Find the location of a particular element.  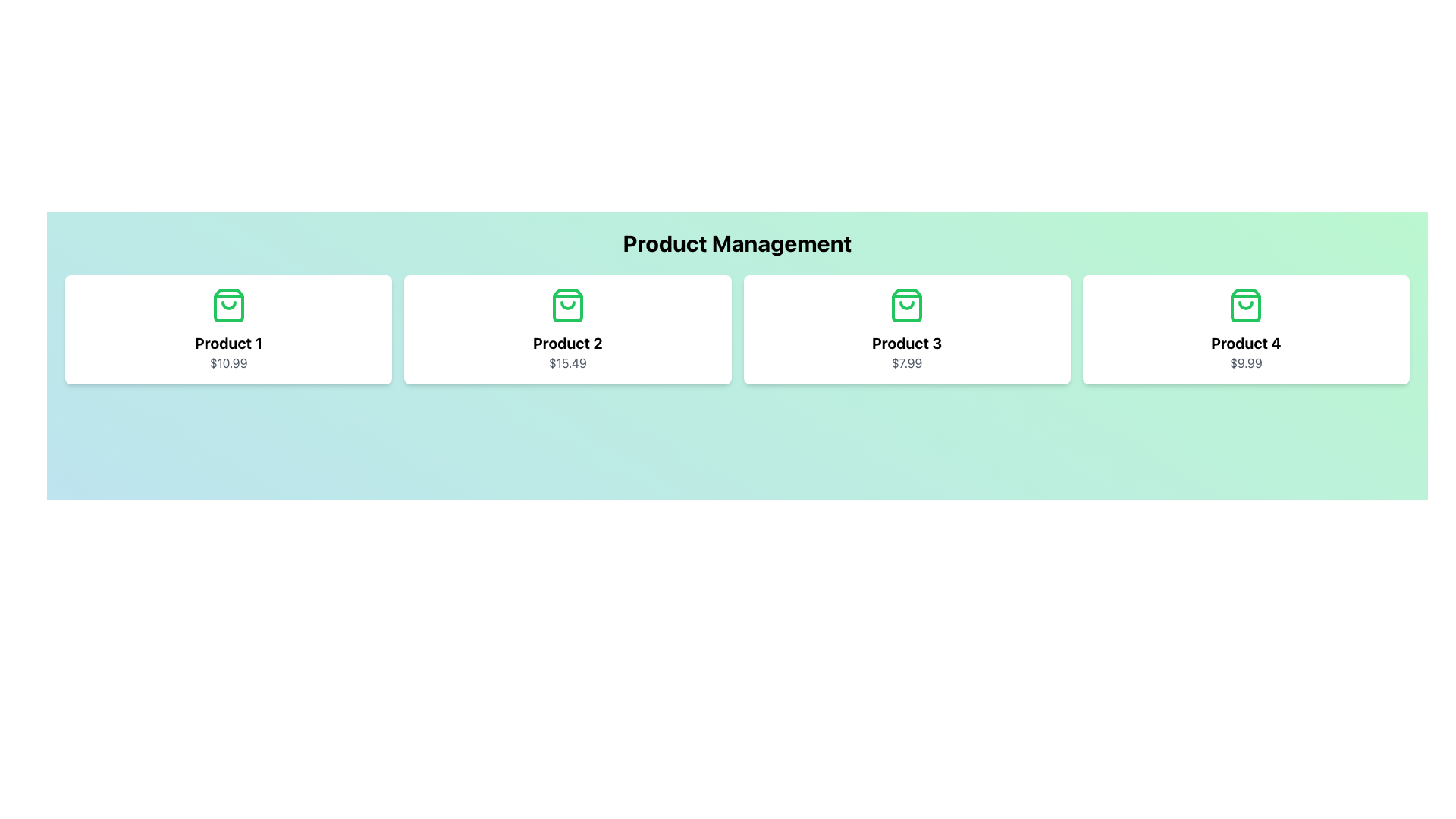

green bag icon located at the top center of the first card labeled 'Product 1' is located at coordinates (227, 305).